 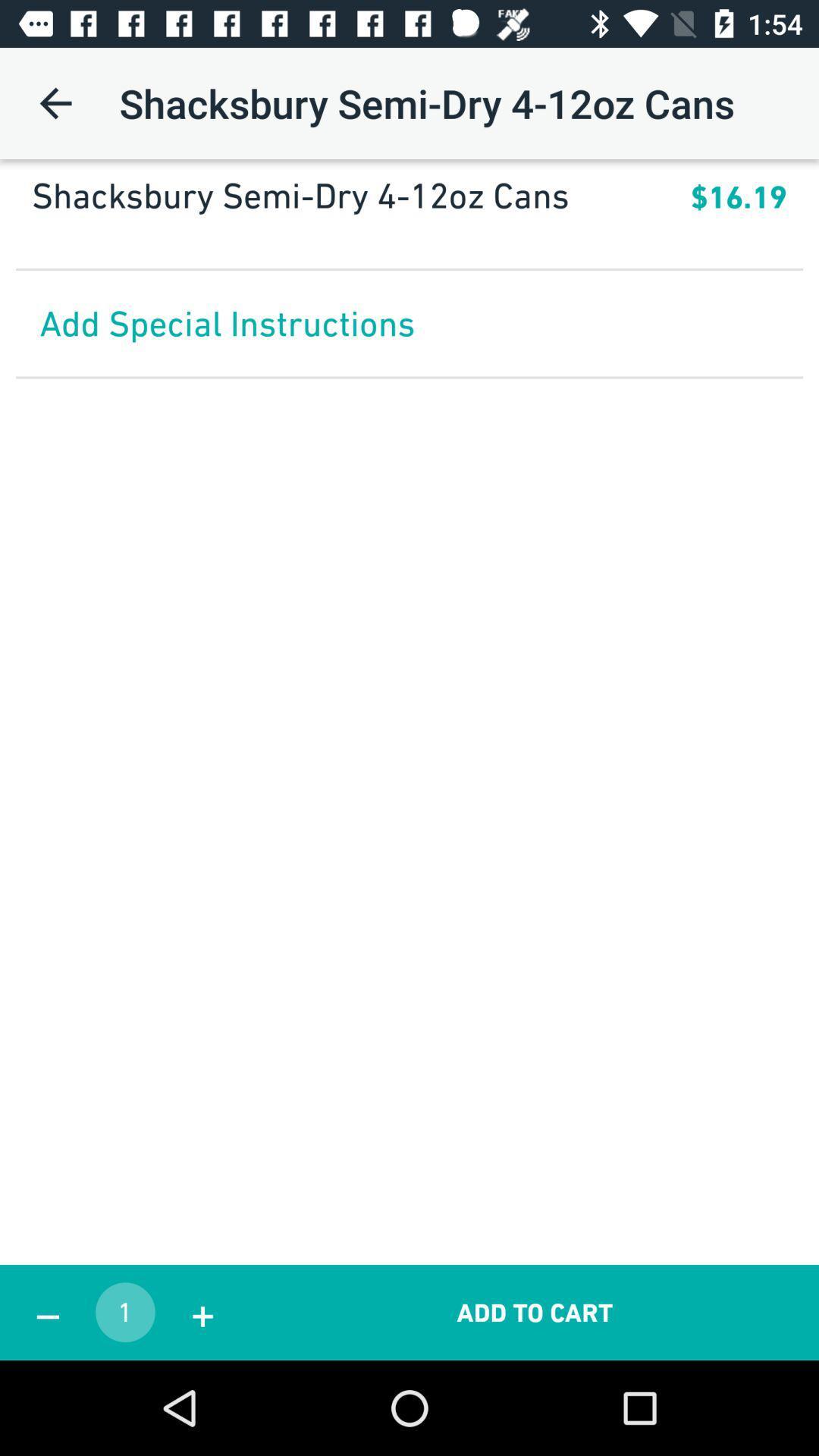 What do you see at coordinates (202, 1312) in the screenshot?
I see `item next to add to cart button` at bounding box center [202, 1312].